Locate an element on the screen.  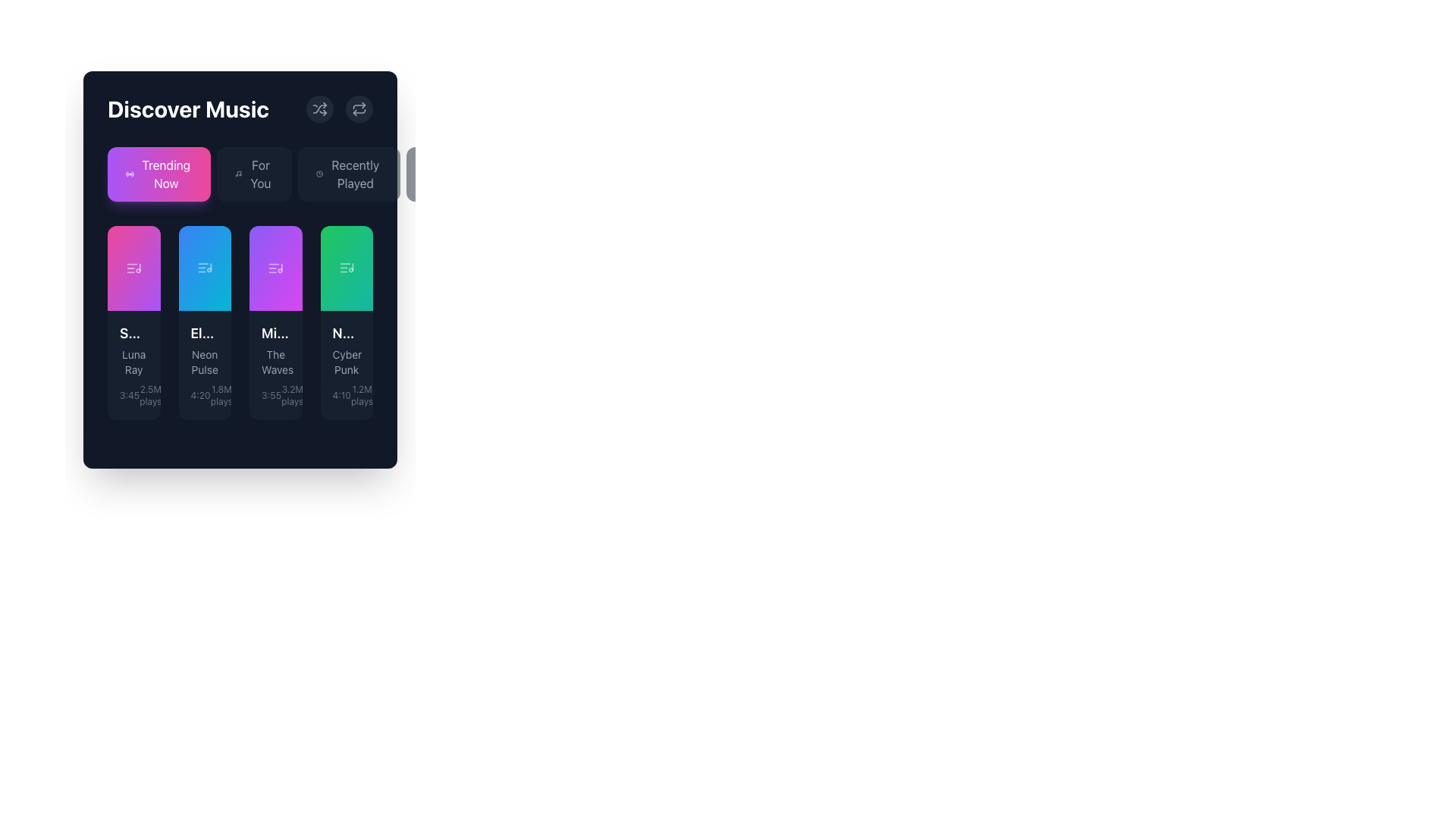
the text content block element displaying 'Electric Dreams', 'Neon Pulse', and '4:20' with '1.8M plays' in the second music card is located at coordinates (204, 366).